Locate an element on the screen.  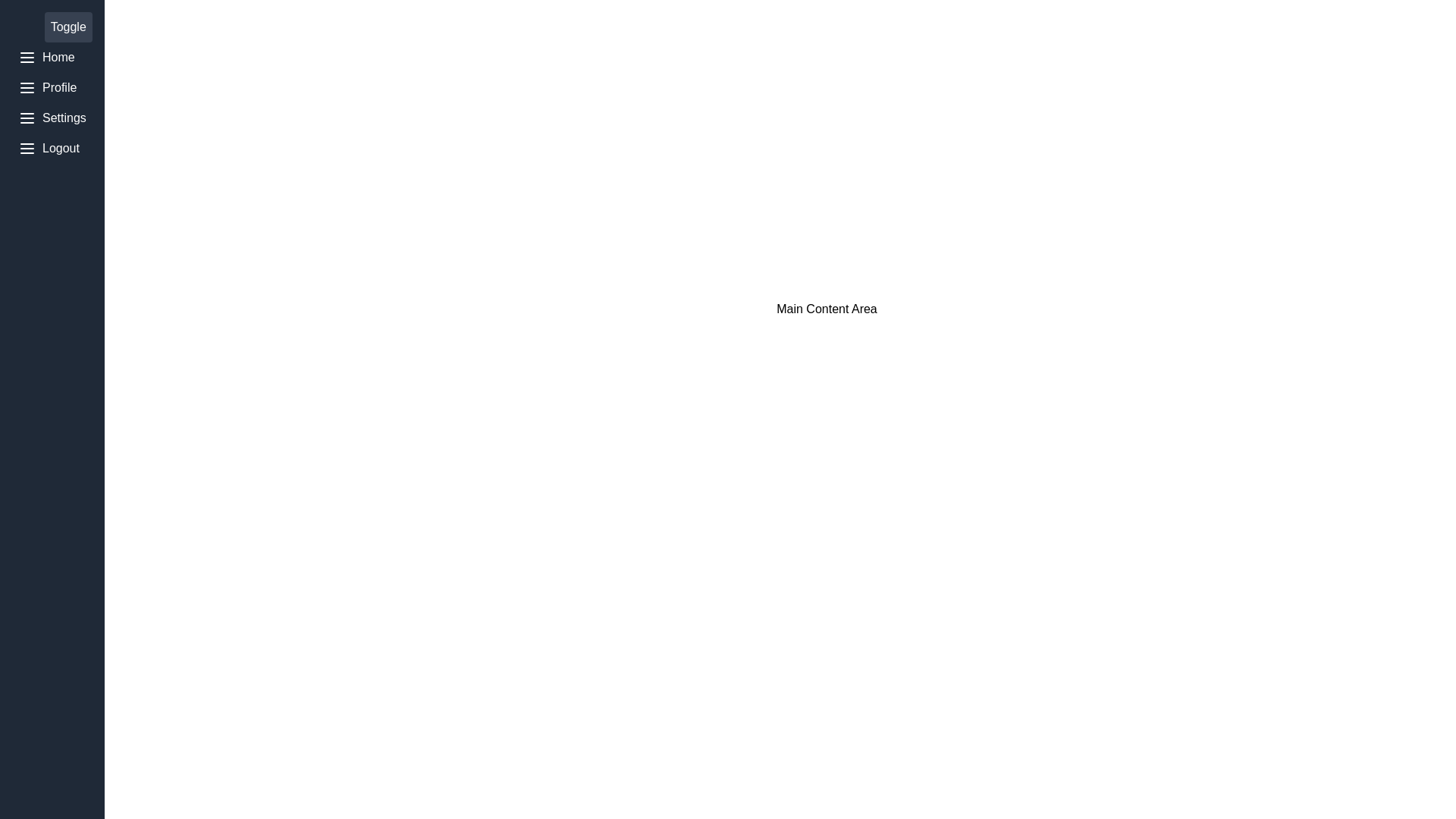
the toggle button to toggle the drawer visibility is located at coordinates (67, 27).